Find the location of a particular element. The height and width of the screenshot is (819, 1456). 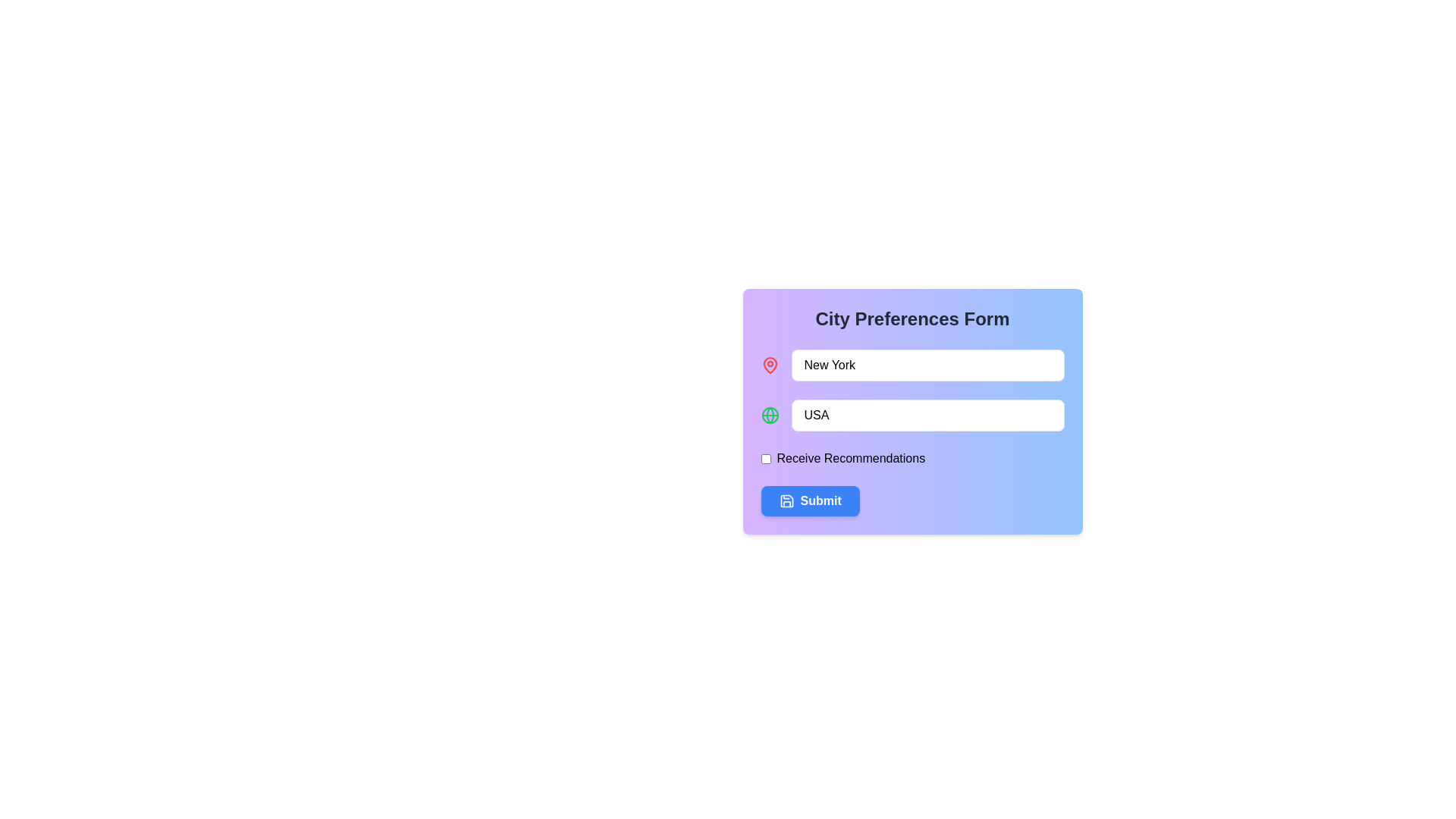

the pin icon located in the 'City Preferences Form' interface, which signifies the adjacent input box related to a location or city name, specifically positioned to the left of the 'New York' text input box is located at coordinates (770, 366).